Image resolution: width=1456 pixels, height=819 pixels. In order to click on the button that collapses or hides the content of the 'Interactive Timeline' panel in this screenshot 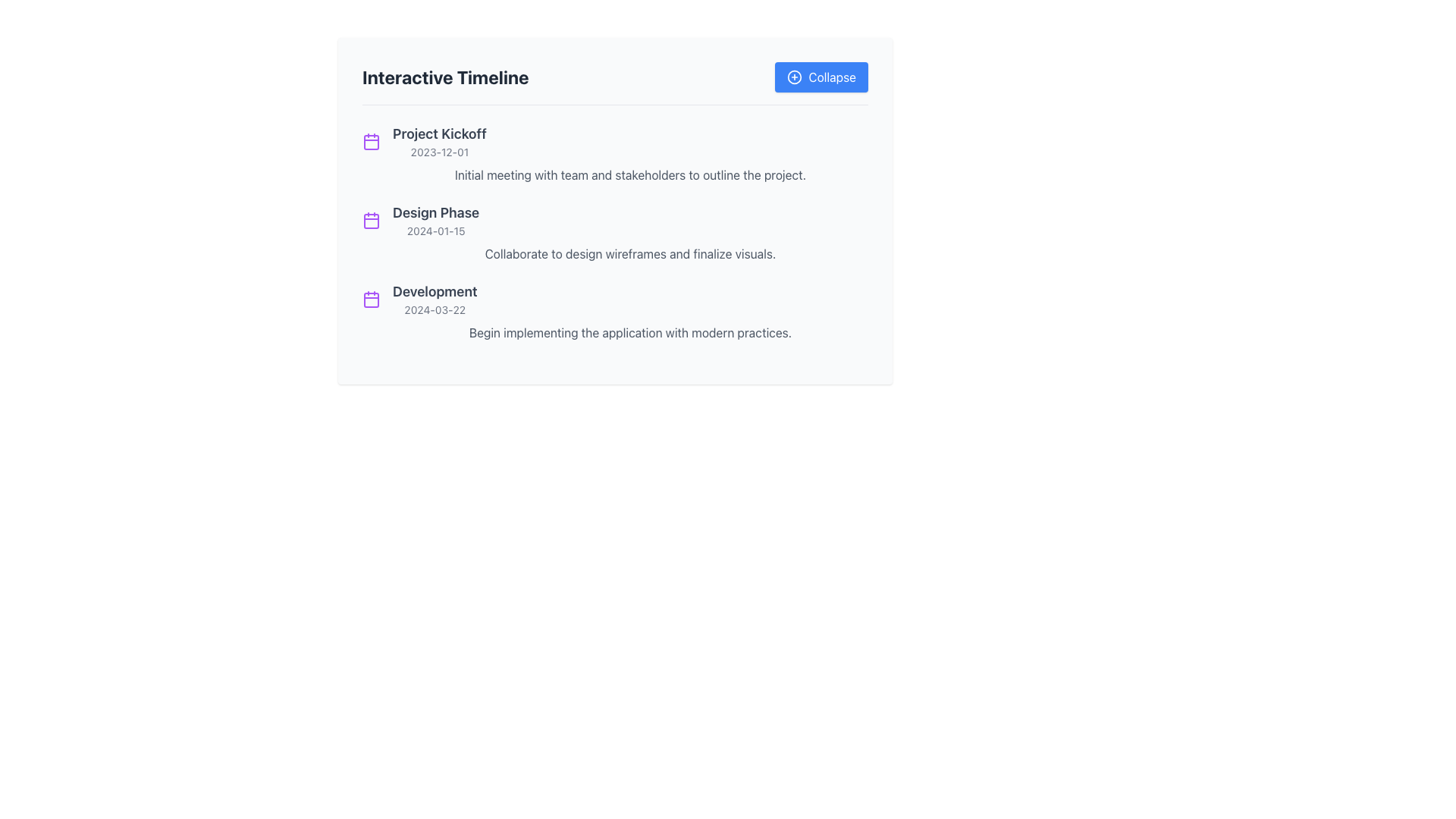, I will do `click(821, 77)`.